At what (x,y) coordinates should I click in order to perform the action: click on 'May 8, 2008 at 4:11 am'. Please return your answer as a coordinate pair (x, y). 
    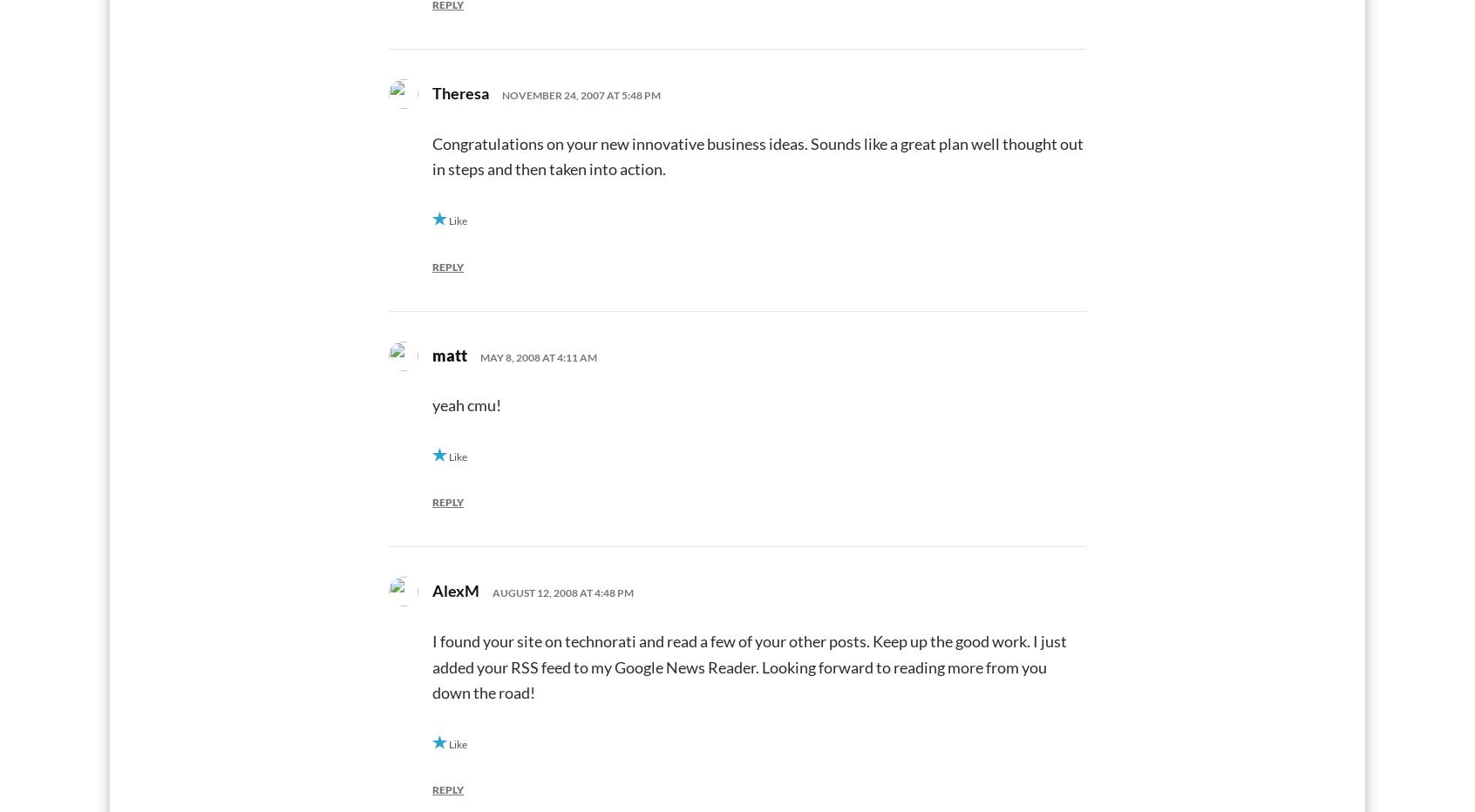
    Looking at the image, I should click on (480, 356).